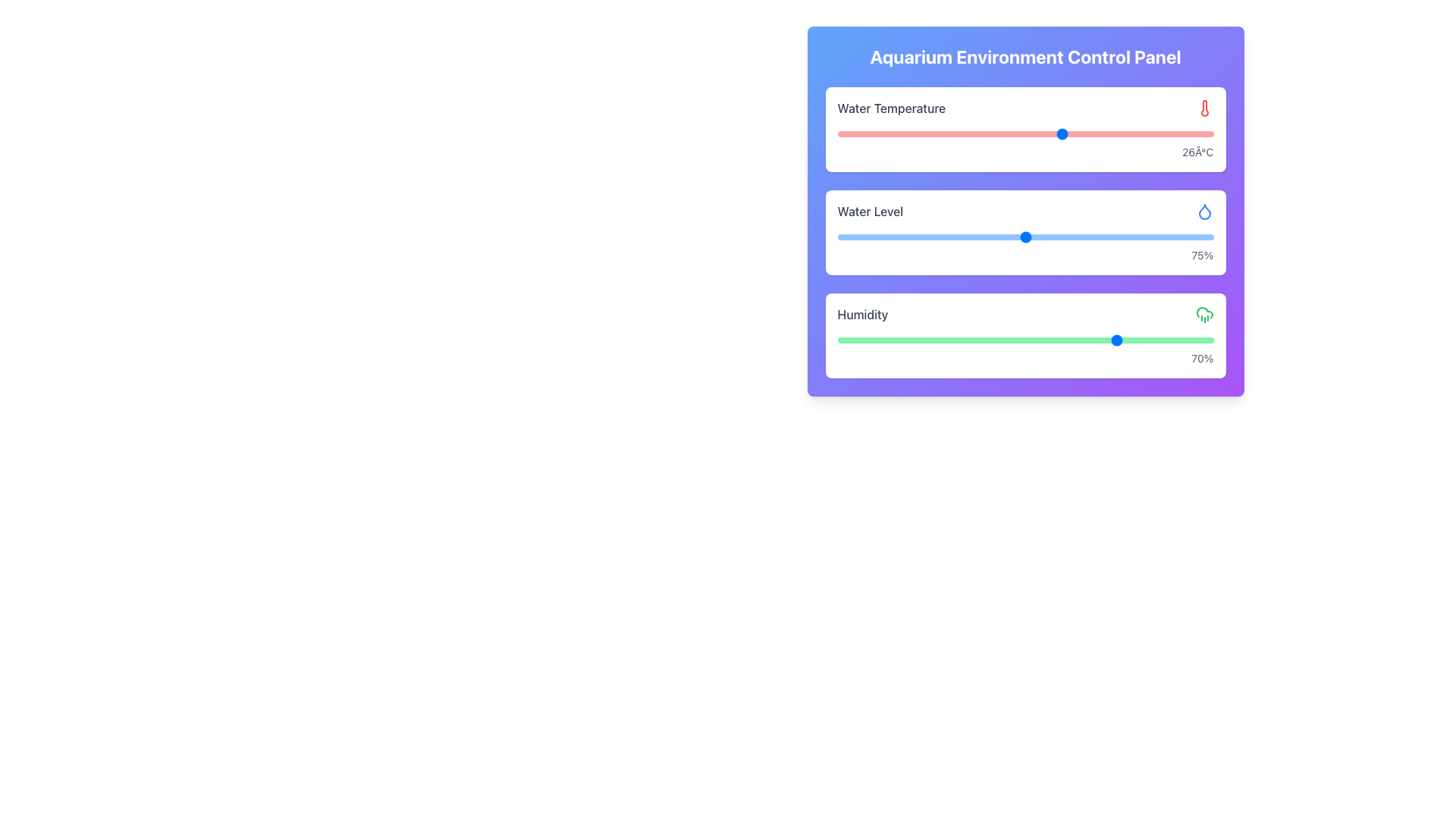 The width and height of the screenshot is (1456, 819). I want to click on humidity, so click(1062, 339).